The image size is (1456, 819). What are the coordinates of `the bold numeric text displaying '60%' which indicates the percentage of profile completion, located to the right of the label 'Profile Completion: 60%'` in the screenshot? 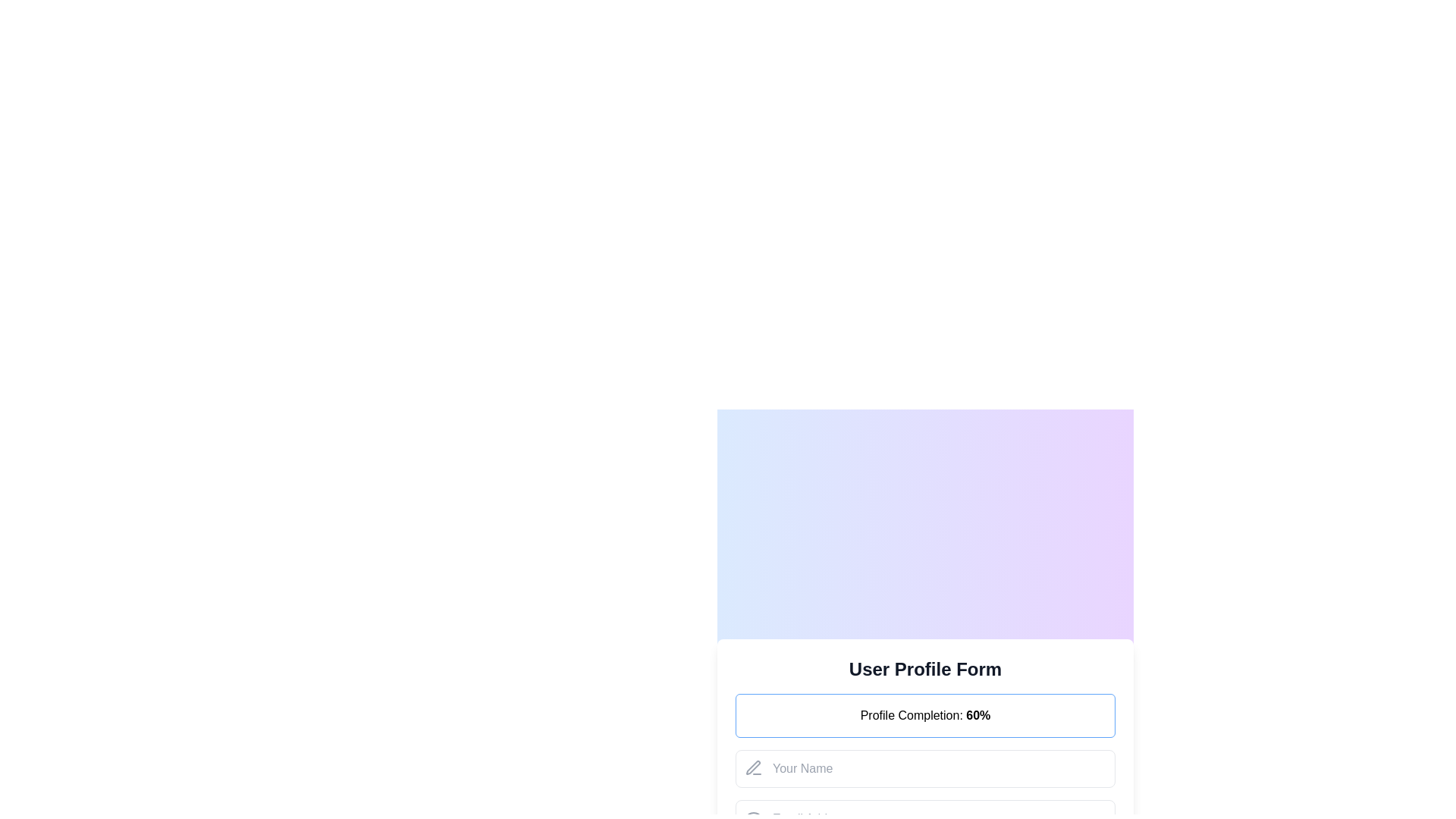 It's located at (978, 714).